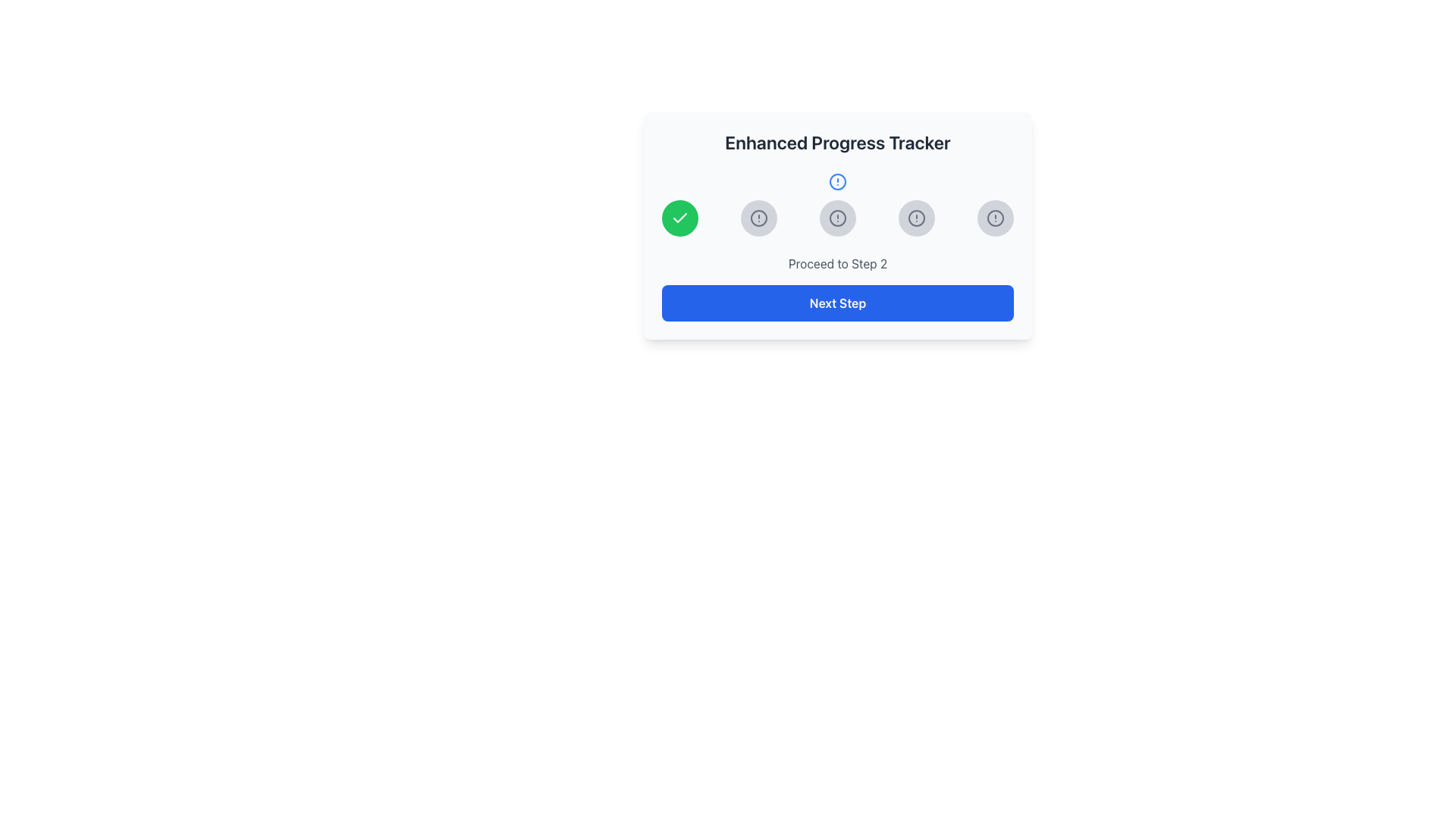  I want to click on the inactive circle graphic located as the fifth item in the horizontal row of progress symbols, so click(996, 218).